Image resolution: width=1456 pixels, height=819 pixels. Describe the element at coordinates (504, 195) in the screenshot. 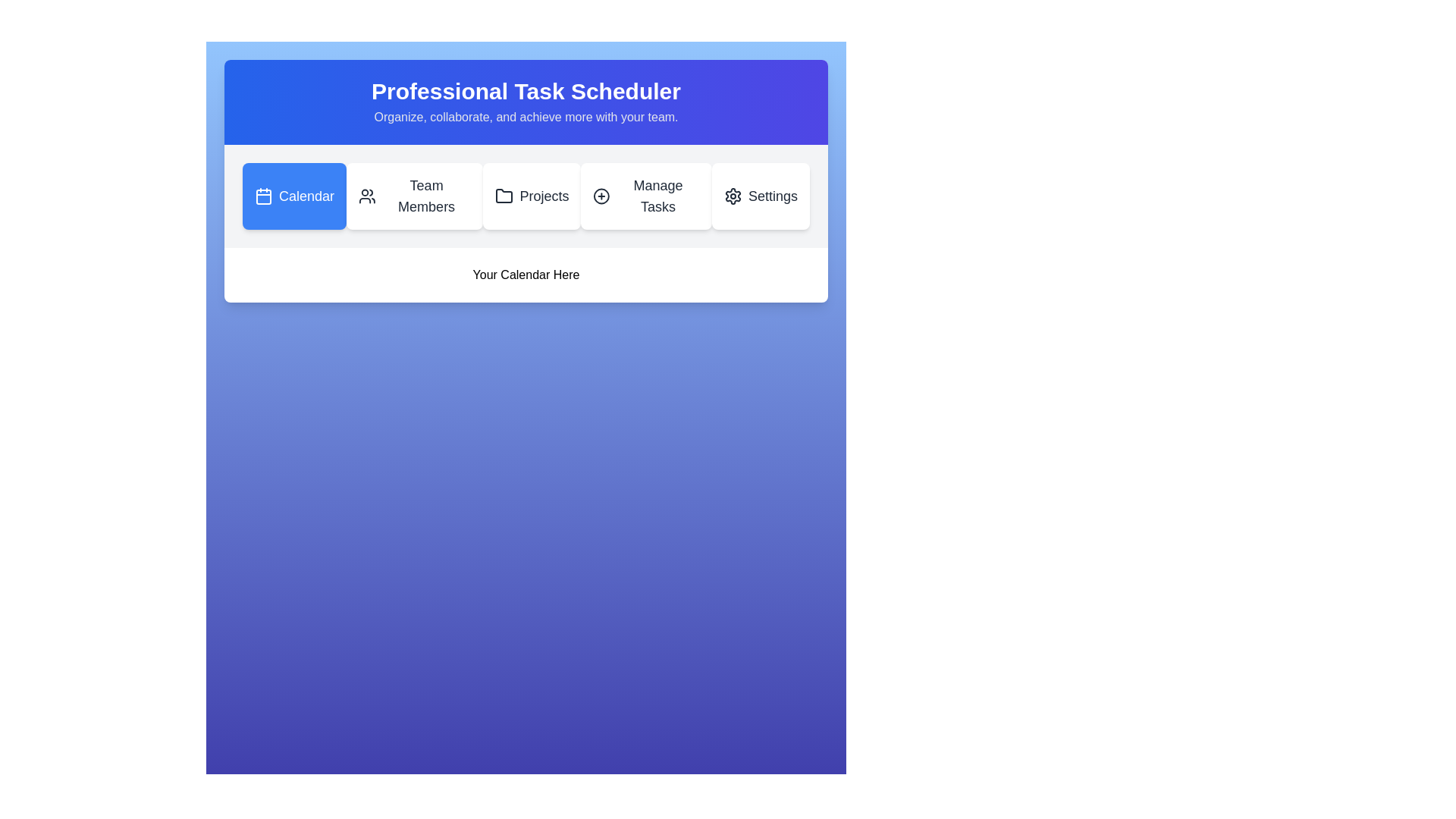

I see `the 'Projects' icon in the navigation bar, which is the third option located between 'Team Members' and 'Manage Tasks'` at that location.